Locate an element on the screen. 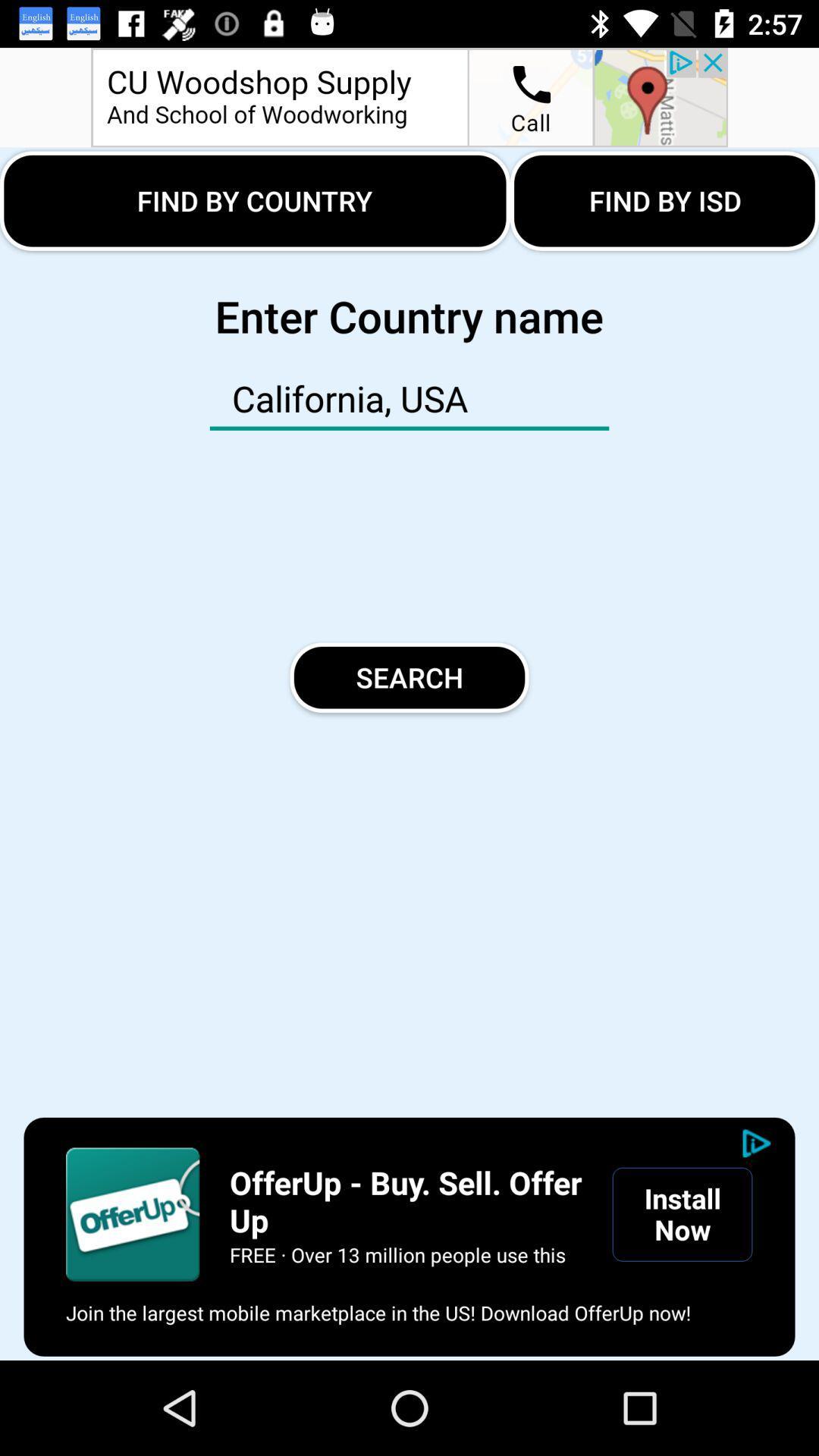 Image resolution: width=819 pixels, height=1456 pixels. google advertisements is located at coordinates (132, 1214).